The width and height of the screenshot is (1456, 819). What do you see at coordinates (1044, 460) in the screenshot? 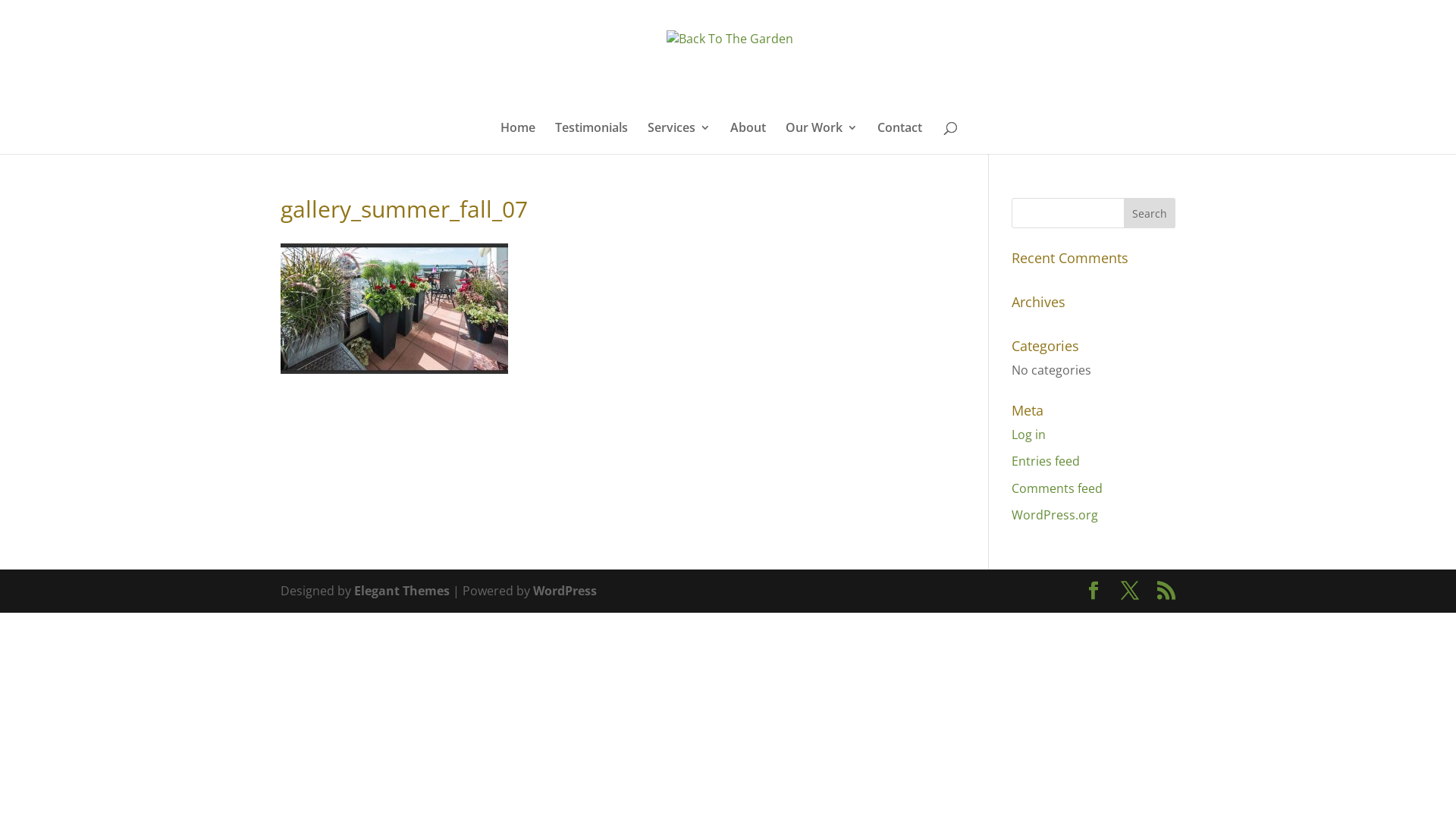
I see `'Entries feed'` at bounding box center [1044, 460].